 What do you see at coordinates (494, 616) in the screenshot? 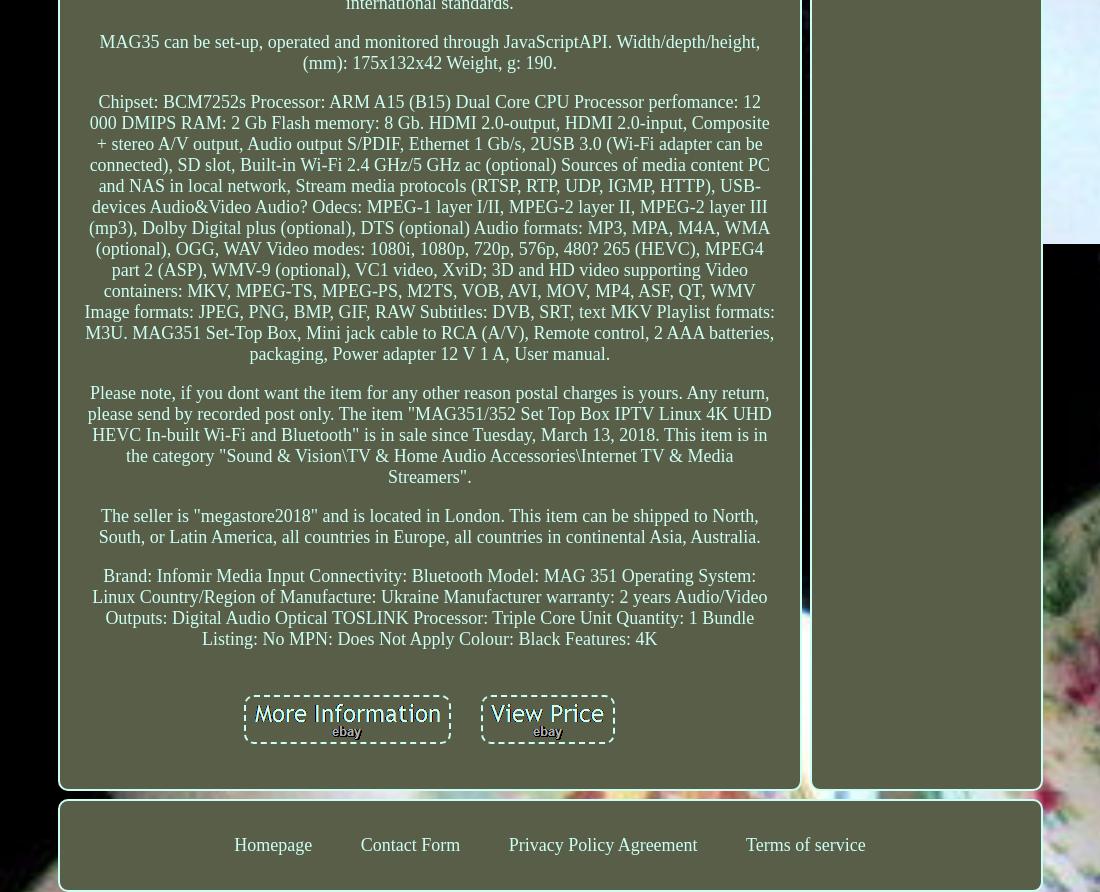
I see `'Processor: Triple Core'` at bounding box center [494, 616].